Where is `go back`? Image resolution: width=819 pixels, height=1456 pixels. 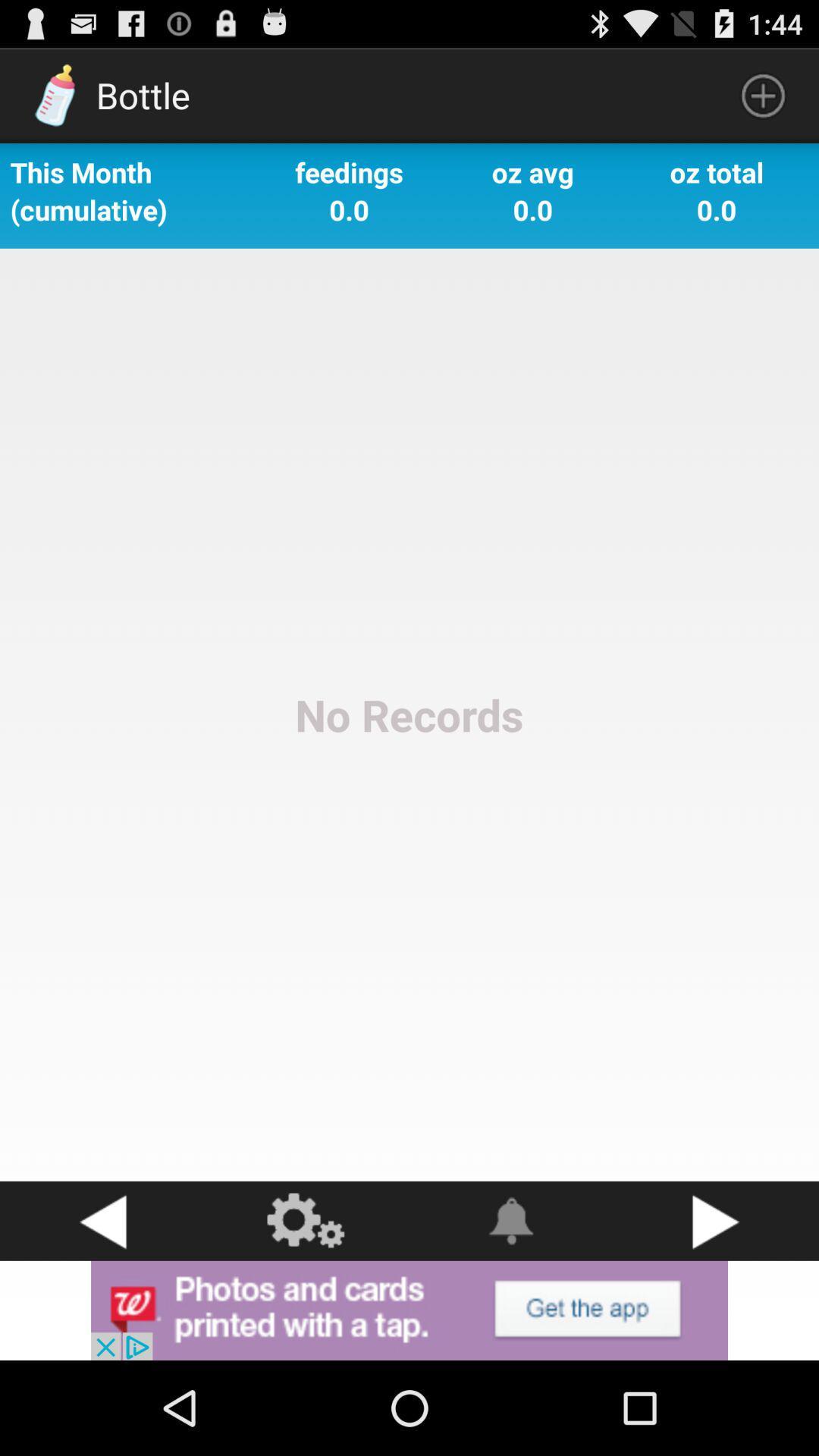
go back is located at coordinates (102, 1221).